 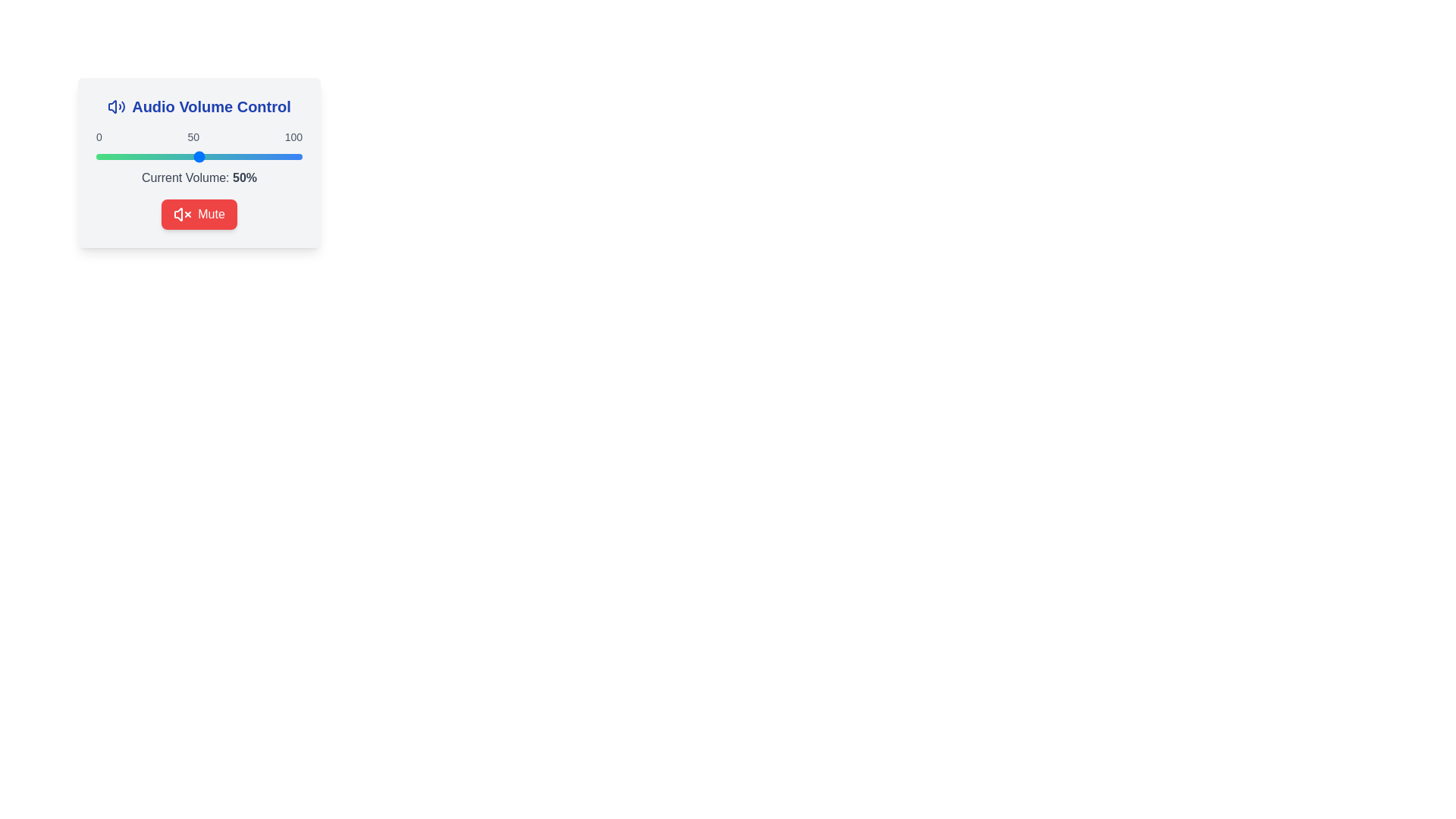 I want to click on the volume slider to set the volume to 87%, so click(x=275, y=157).